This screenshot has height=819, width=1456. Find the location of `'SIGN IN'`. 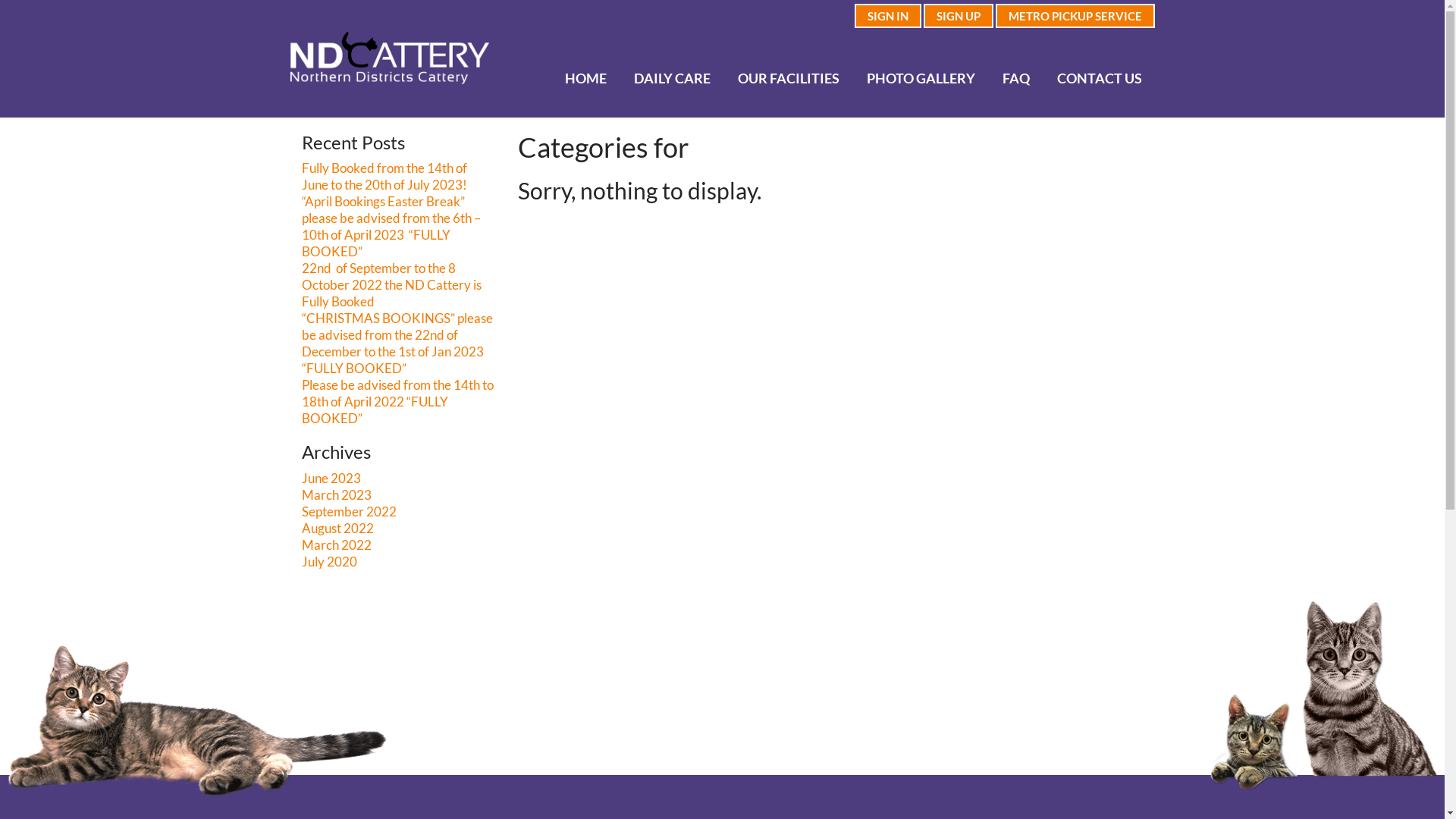

'SIGN IN' is located at coordinates (887, 15).